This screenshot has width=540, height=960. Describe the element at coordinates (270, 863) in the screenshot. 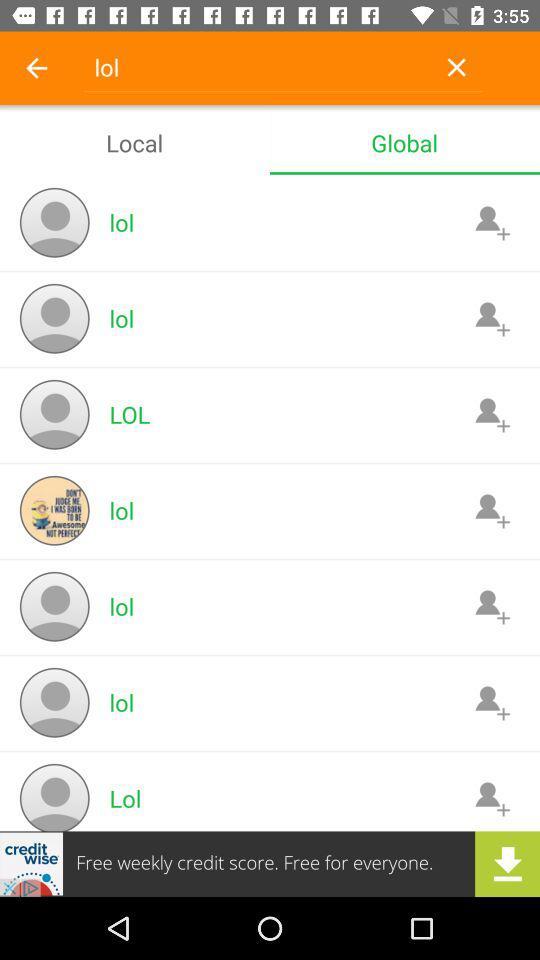

I see `load advert` at that location.